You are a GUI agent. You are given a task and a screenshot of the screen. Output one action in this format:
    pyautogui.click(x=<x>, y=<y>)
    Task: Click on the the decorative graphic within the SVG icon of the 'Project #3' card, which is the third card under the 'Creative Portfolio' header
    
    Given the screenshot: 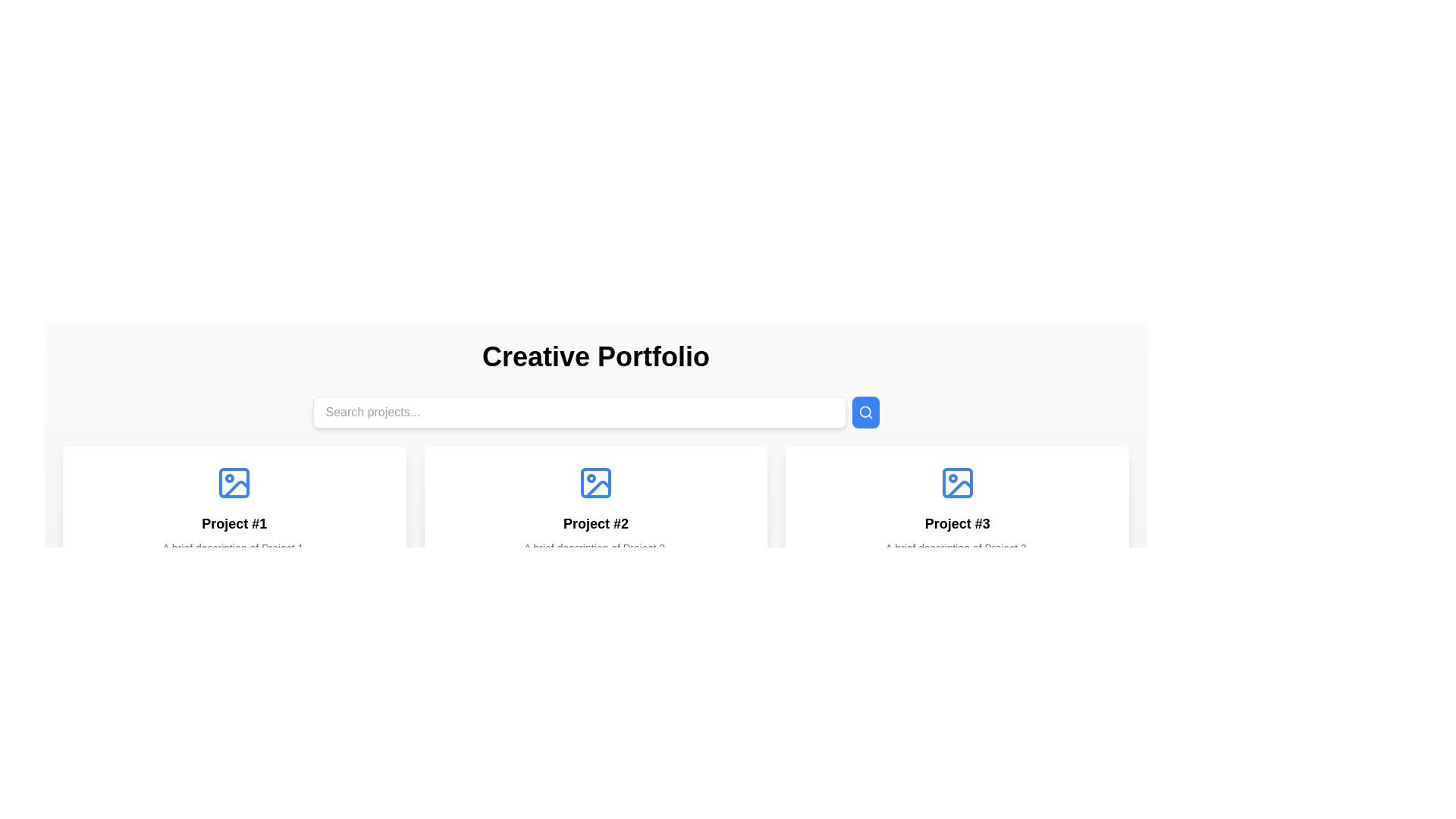 What is the action you would take?
    pyautogui.click(x=959, y=489)
    